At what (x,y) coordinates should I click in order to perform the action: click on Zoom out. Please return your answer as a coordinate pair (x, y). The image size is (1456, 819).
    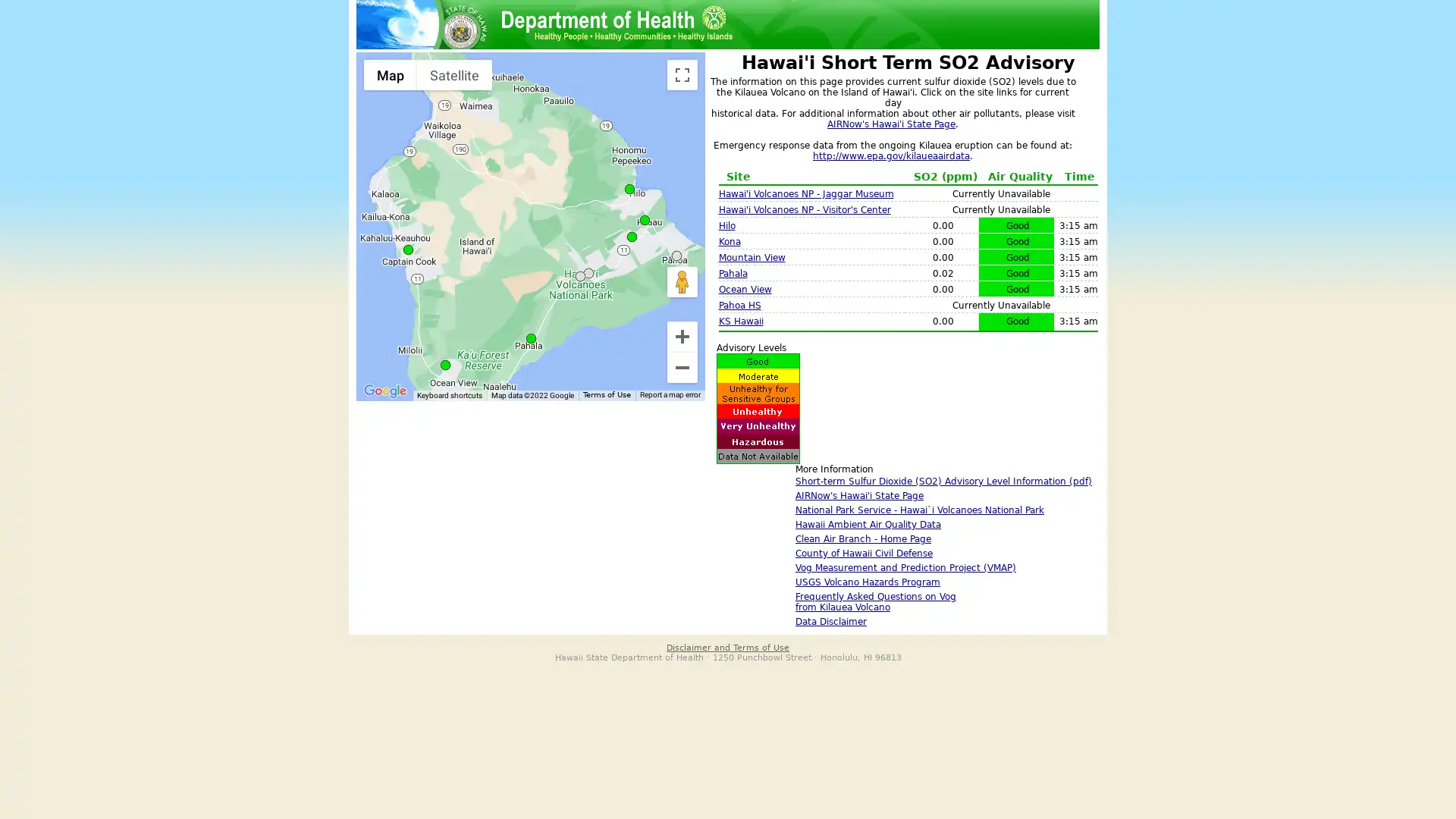
    Looking at the image, I should click on (682, 368).